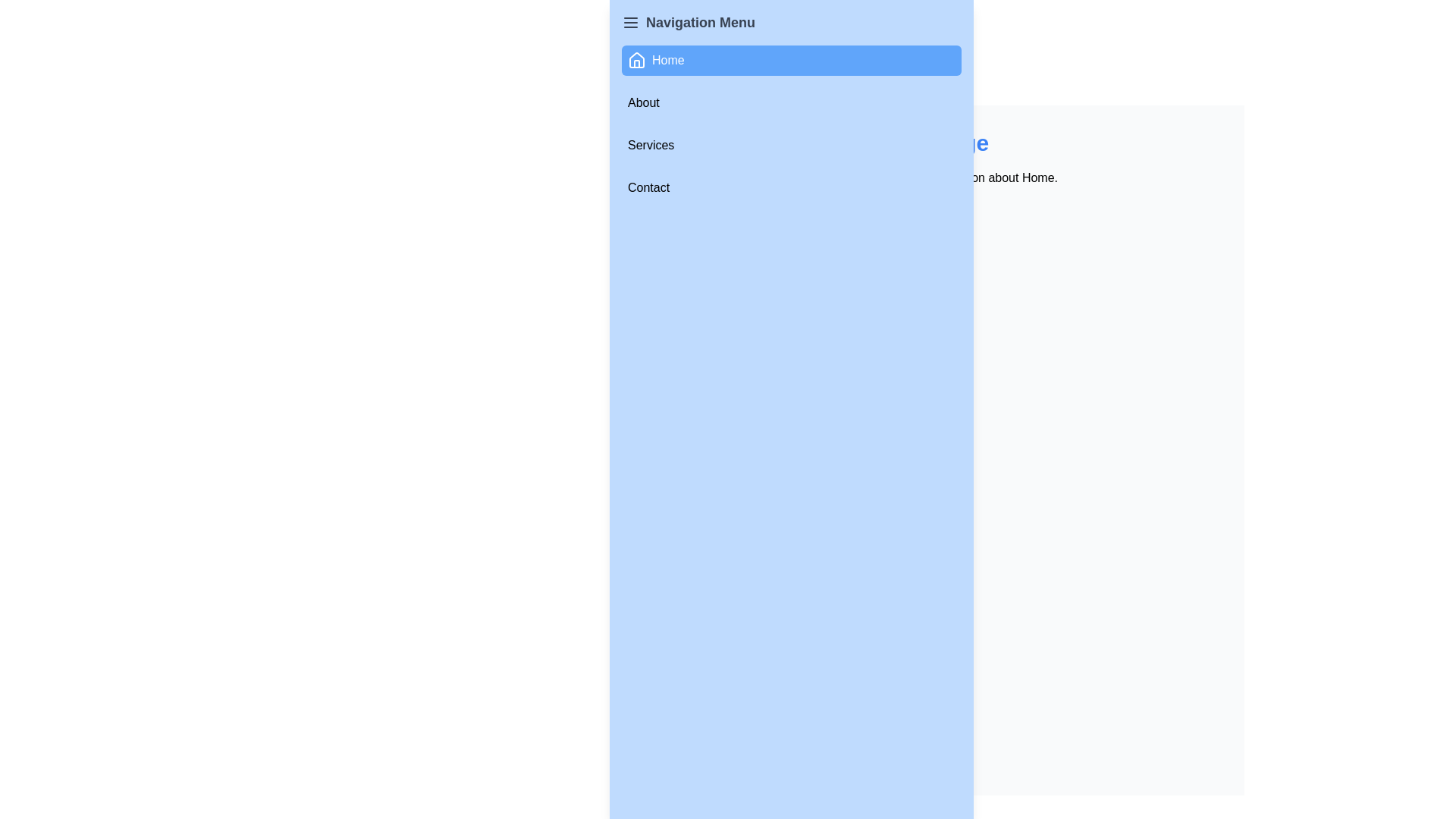  Describe the element at coordinates (637, 60) in the screenshot. I see `the house-shaped icon outlined in vector graphics, positioned within the top-left side navigation panel, adjacent to the 'Home' text` at that location.